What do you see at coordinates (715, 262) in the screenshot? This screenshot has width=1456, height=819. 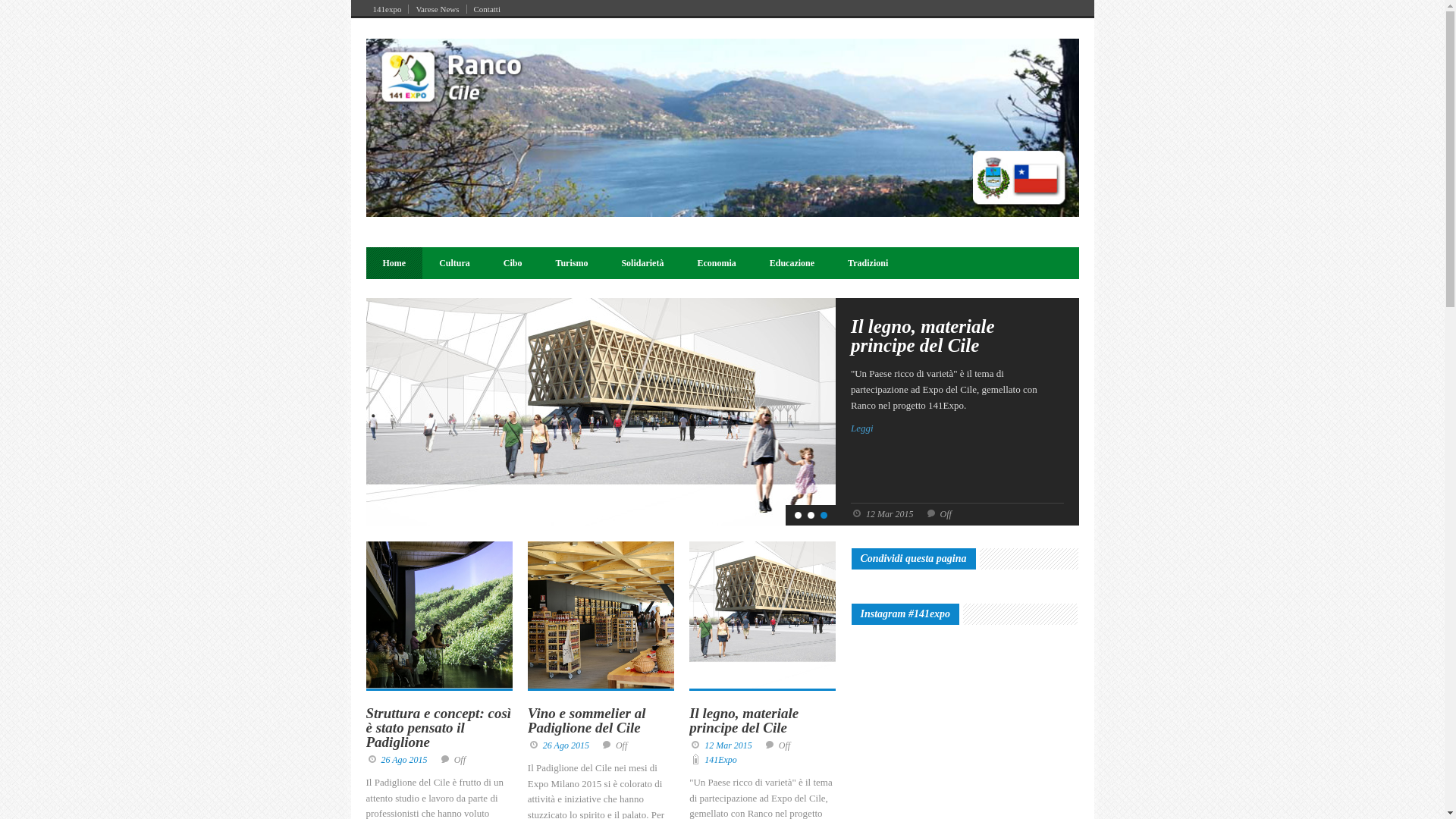 I see `'Economia'` at bounding box center [715, 262].